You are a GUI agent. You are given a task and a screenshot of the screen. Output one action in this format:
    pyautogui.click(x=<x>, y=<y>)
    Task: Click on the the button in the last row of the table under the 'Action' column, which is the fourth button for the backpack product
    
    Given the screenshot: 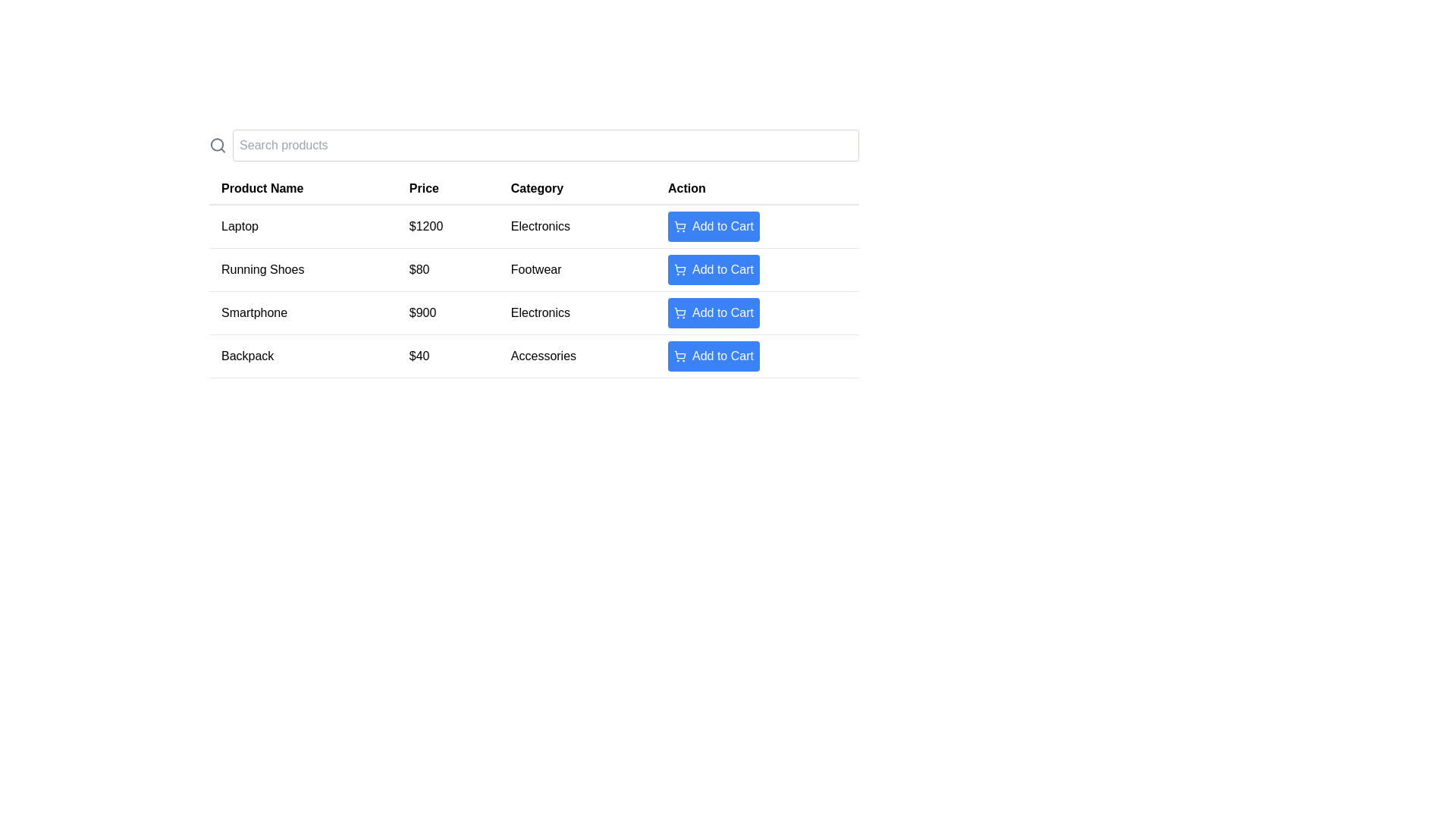 What is the action you would take?
    pyautogui.click(x=757, y=356)
    